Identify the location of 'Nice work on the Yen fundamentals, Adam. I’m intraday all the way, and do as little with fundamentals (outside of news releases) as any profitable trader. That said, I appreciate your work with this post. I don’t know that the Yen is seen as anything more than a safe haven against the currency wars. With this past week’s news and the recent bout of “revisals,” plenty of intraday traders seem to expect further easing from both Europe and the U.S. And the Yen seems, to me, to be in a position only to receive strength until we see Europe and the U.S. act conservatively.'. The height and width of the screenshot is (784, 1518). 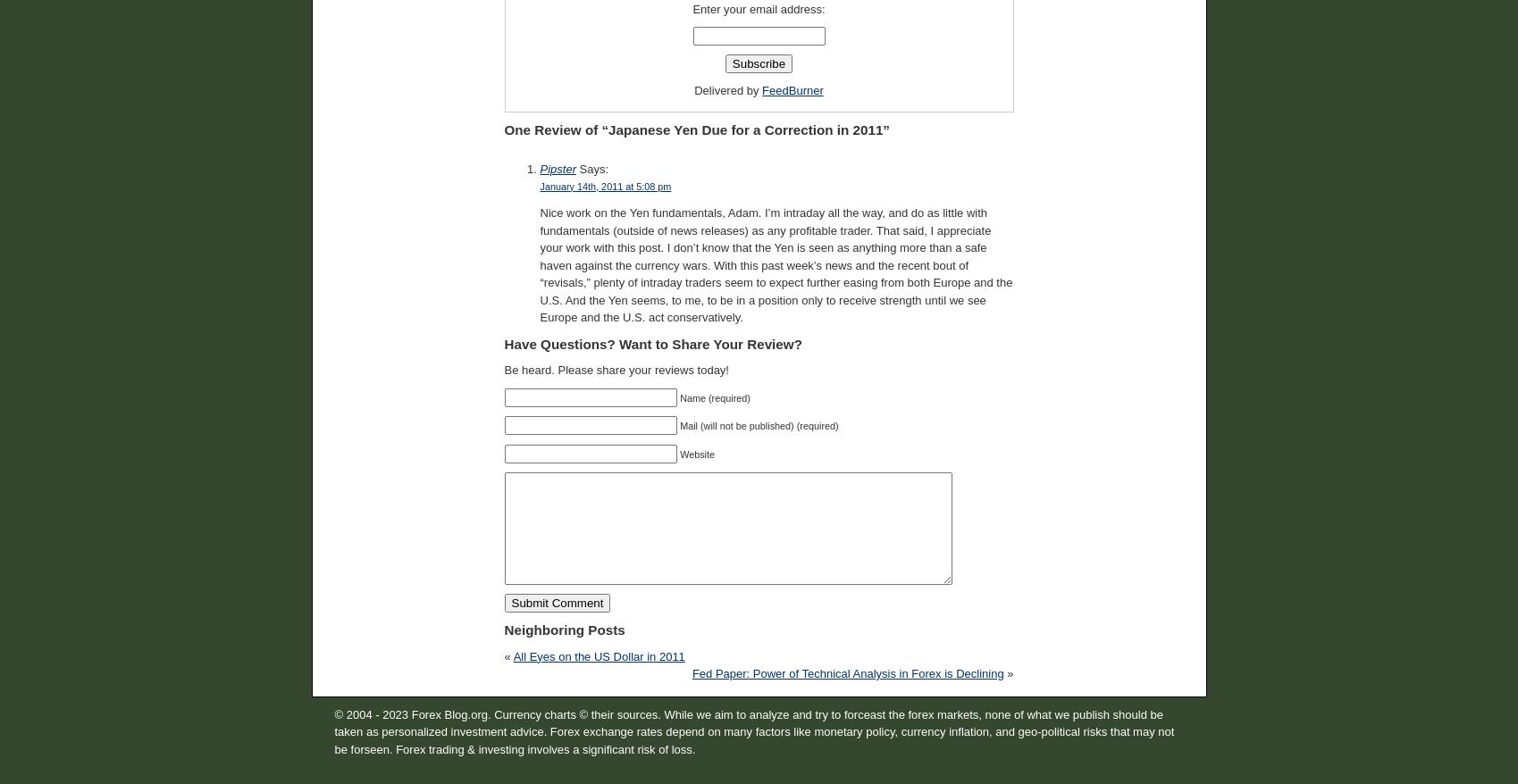
(775, 264).